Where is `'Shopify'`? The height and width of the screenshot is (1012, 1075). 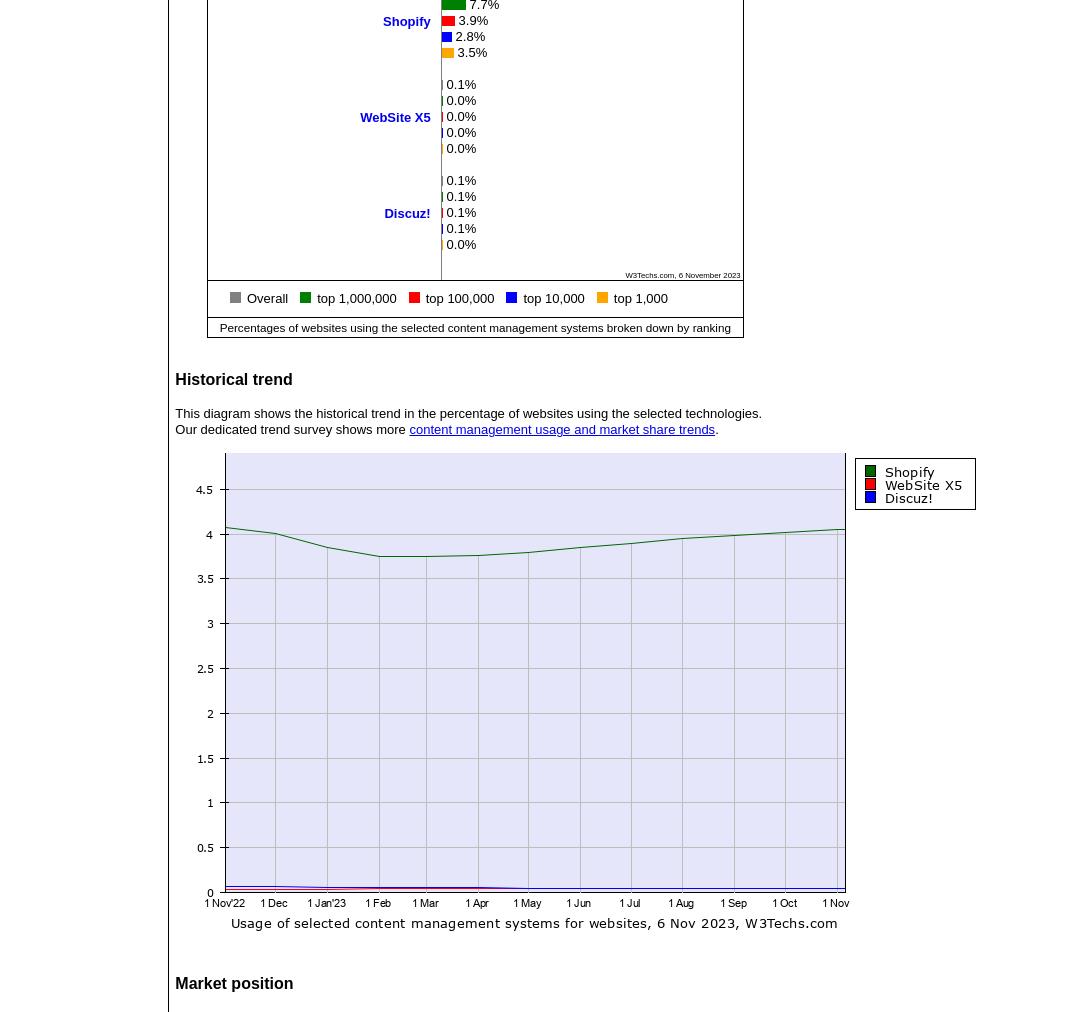
'Shopify' is located at coordinates (405, 19).